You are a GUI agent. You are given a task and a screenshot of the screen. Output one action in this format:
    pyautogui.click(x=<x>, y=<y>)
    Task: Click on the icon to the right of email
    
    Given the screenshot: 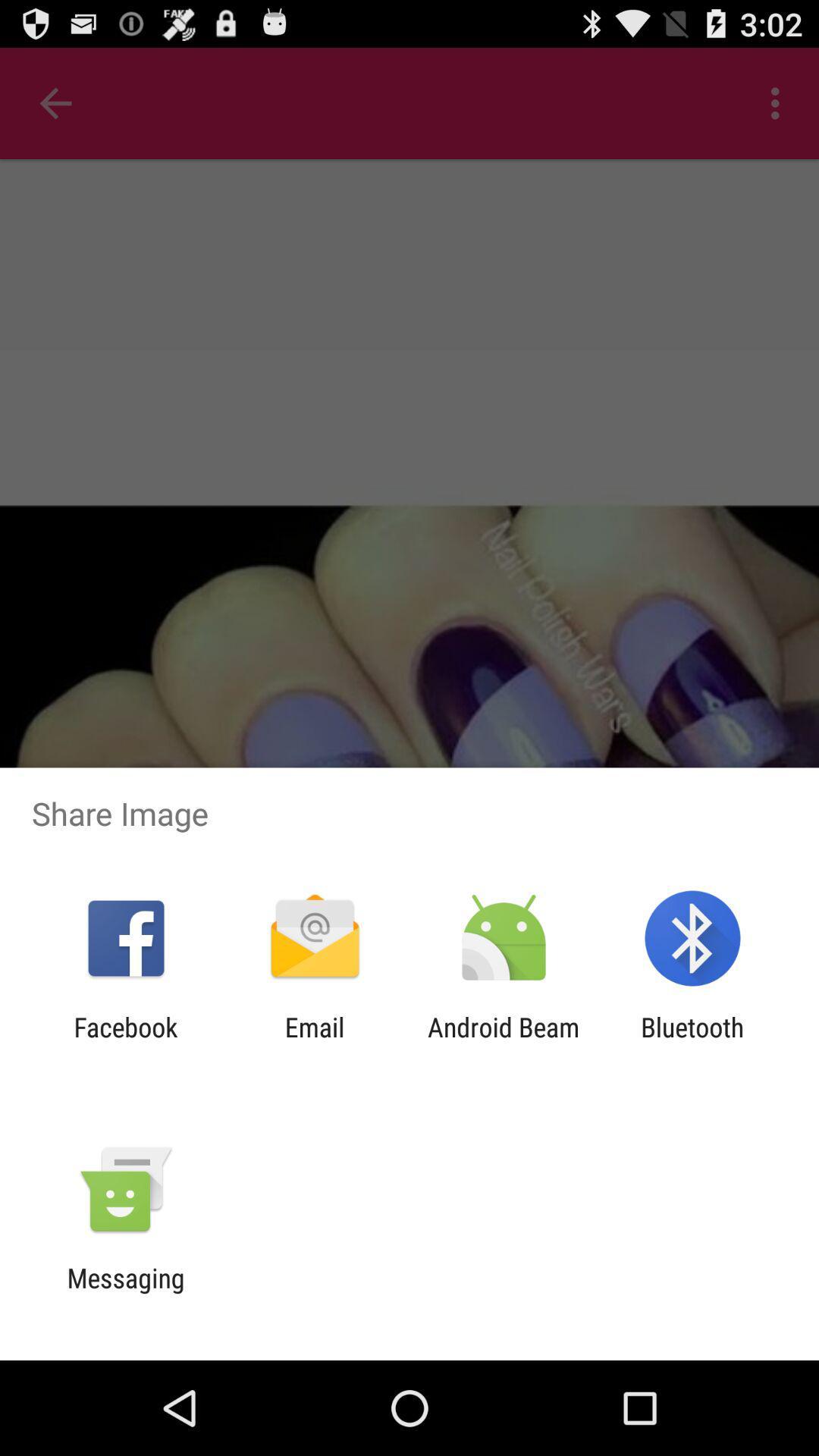 What is the action you would take?
    pyautogui.click(x=504, y=1042)
    